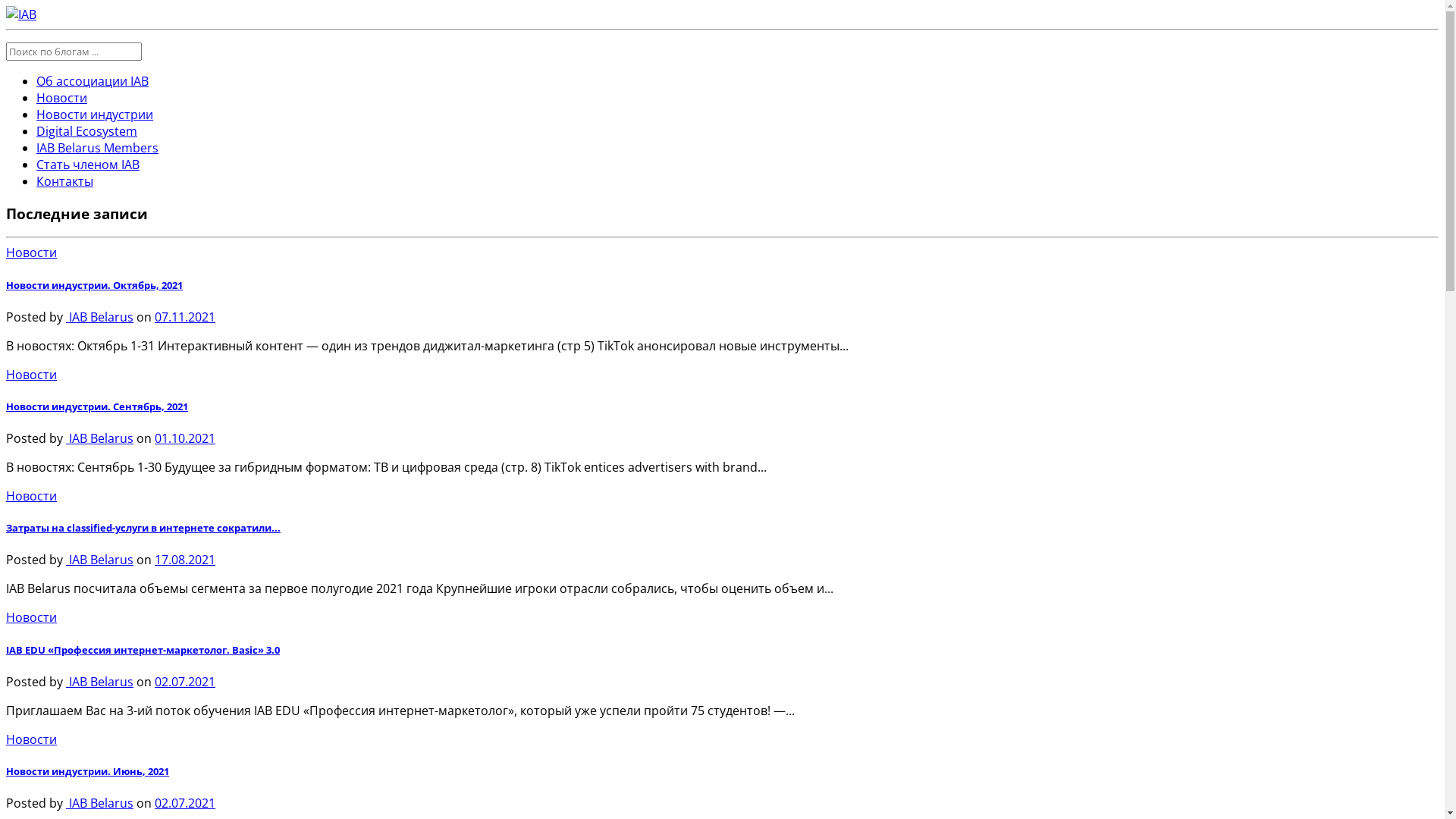 The image size is (1456, 819). What do you see at coordinates (96, 148) in the screenshot?
I see `'IAB Belarus Members'` at bounding box center [96, 148].